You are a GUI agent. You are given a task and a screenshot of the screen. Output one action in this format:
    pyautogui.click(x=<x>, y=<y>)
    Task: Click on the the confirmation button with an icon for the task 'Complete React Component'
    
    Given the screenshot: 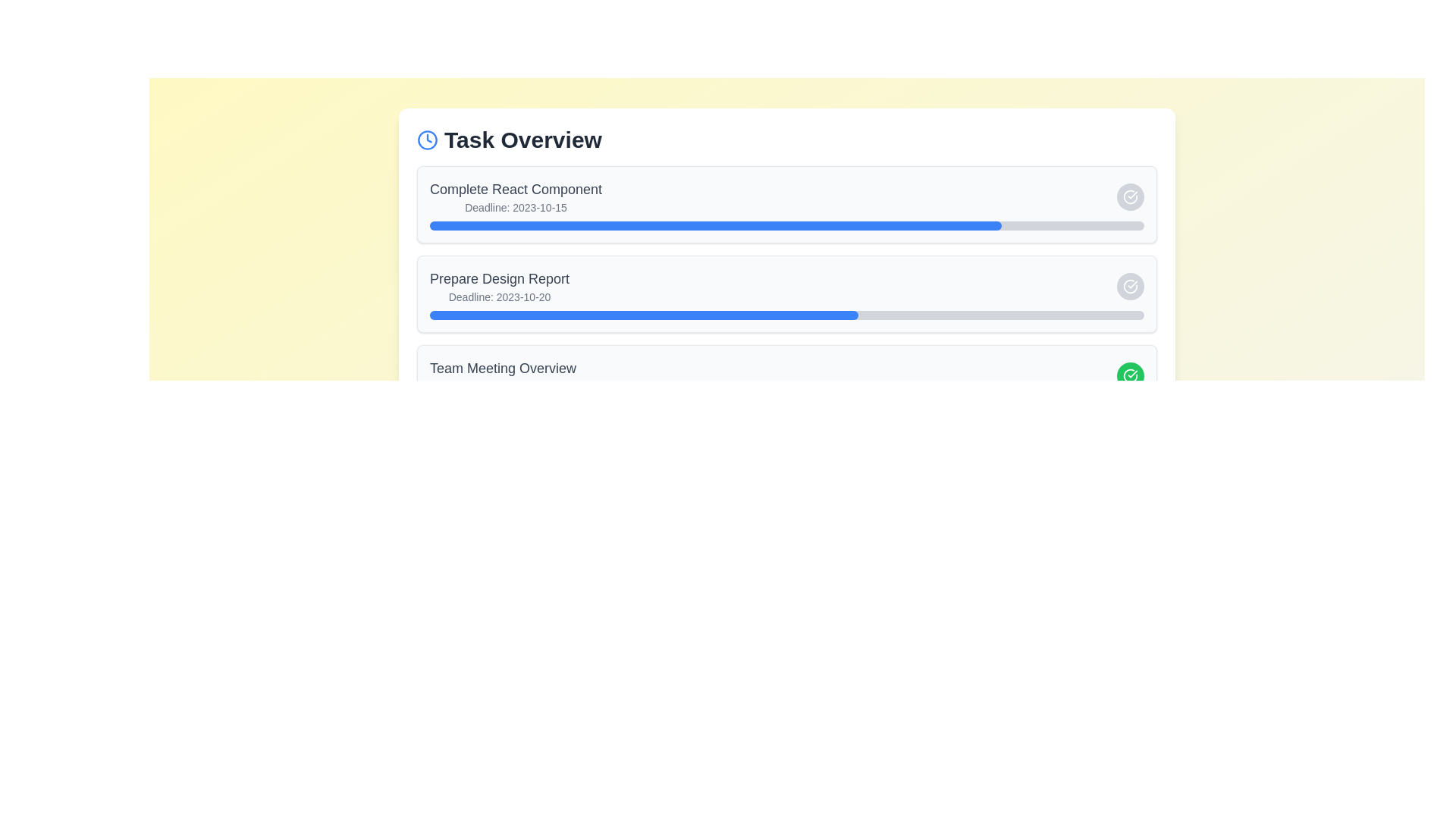 What is the action you would take?
    pyautogui.click(x=1131, y=196)
    